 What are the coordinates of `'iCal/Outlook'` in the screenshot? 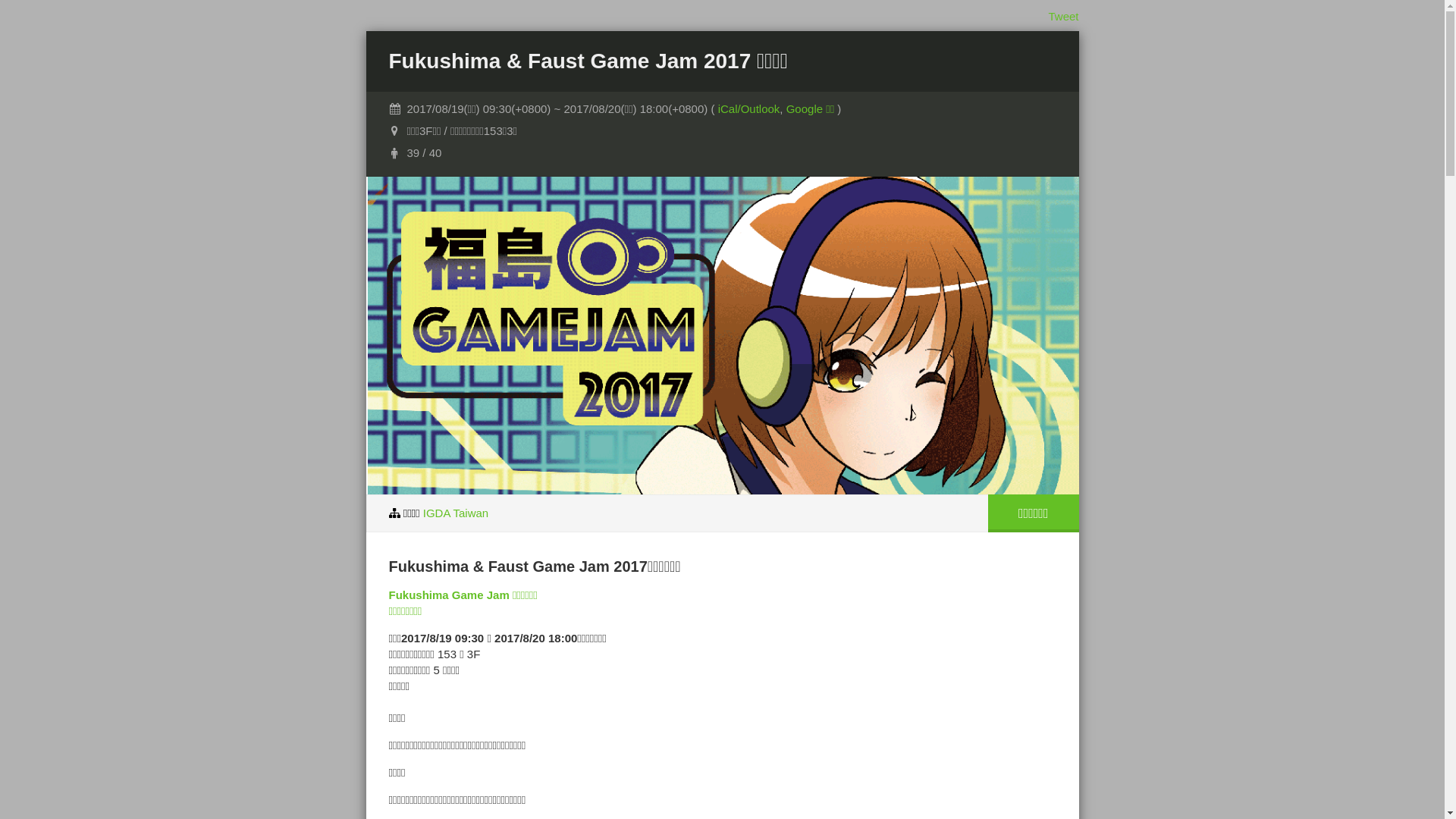 It's located at (749, 108).